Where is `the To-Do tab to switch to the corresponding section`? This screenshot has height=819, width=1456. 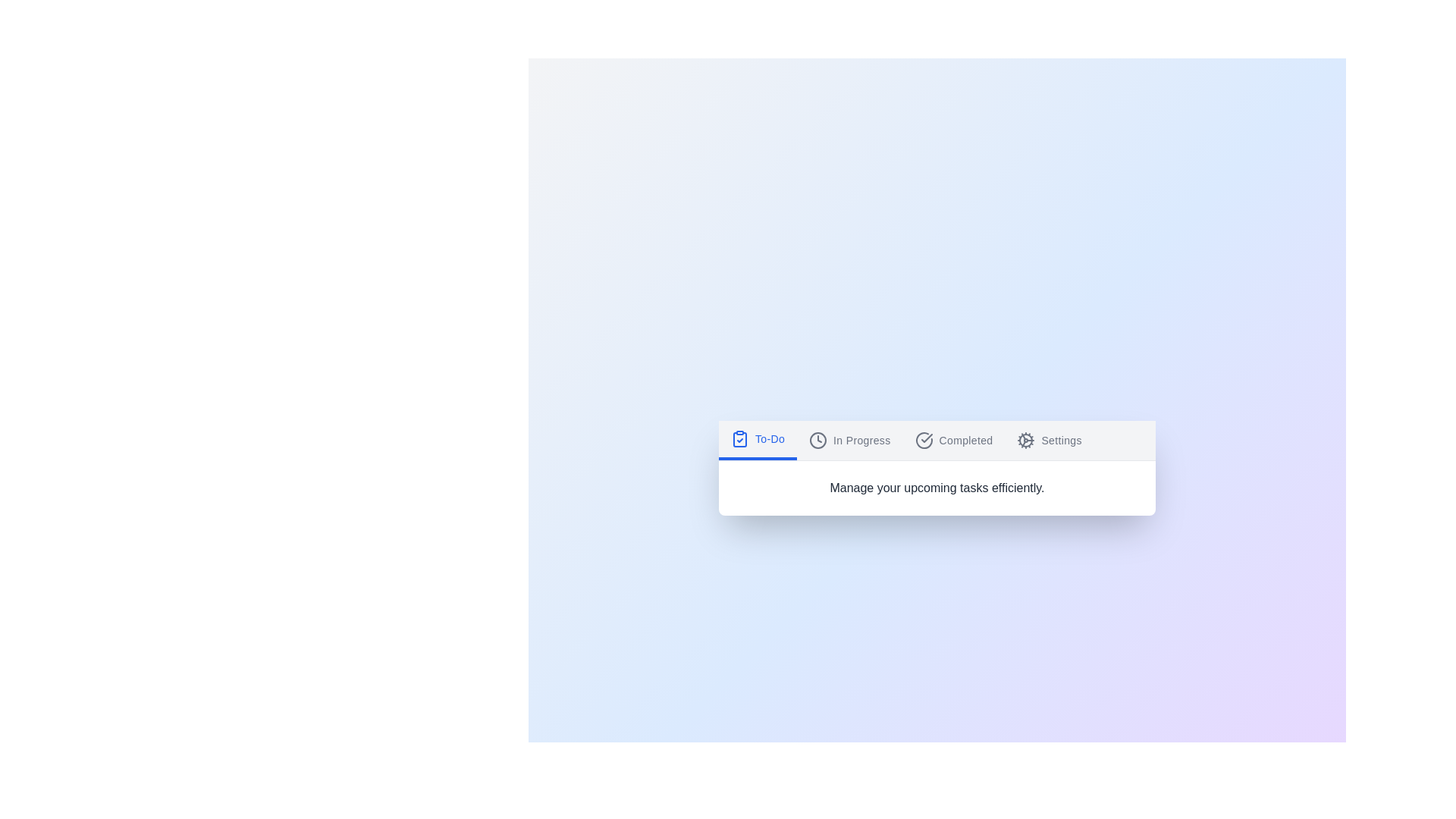 the To-Do tab to switch to the corresponding section is located at coordinates (758, 440).